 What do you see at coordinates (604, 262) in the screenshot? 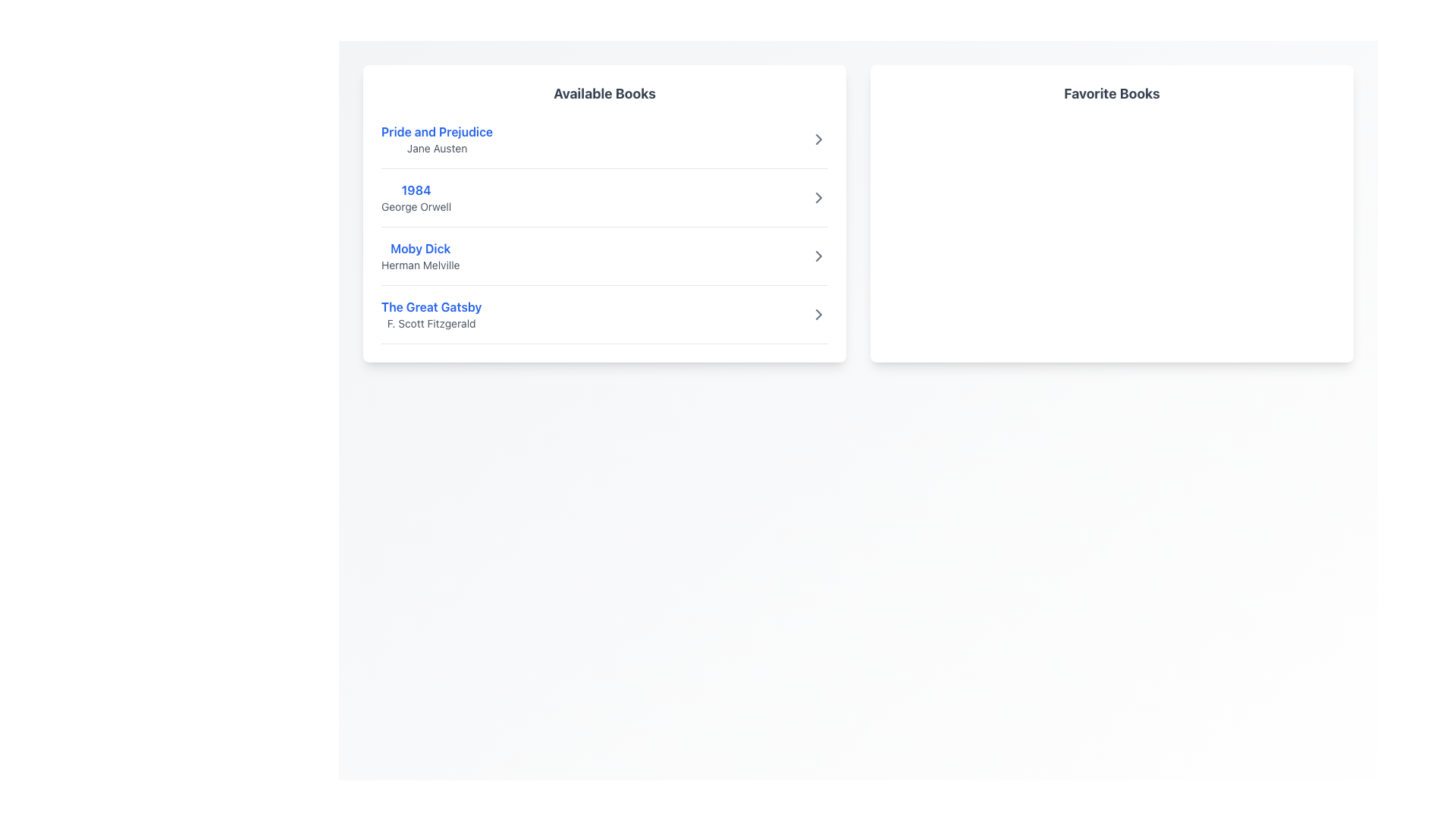
I see `the book item representing 'Moby Dick' in the 'Available Books' section` at bounding box center [604, 262].